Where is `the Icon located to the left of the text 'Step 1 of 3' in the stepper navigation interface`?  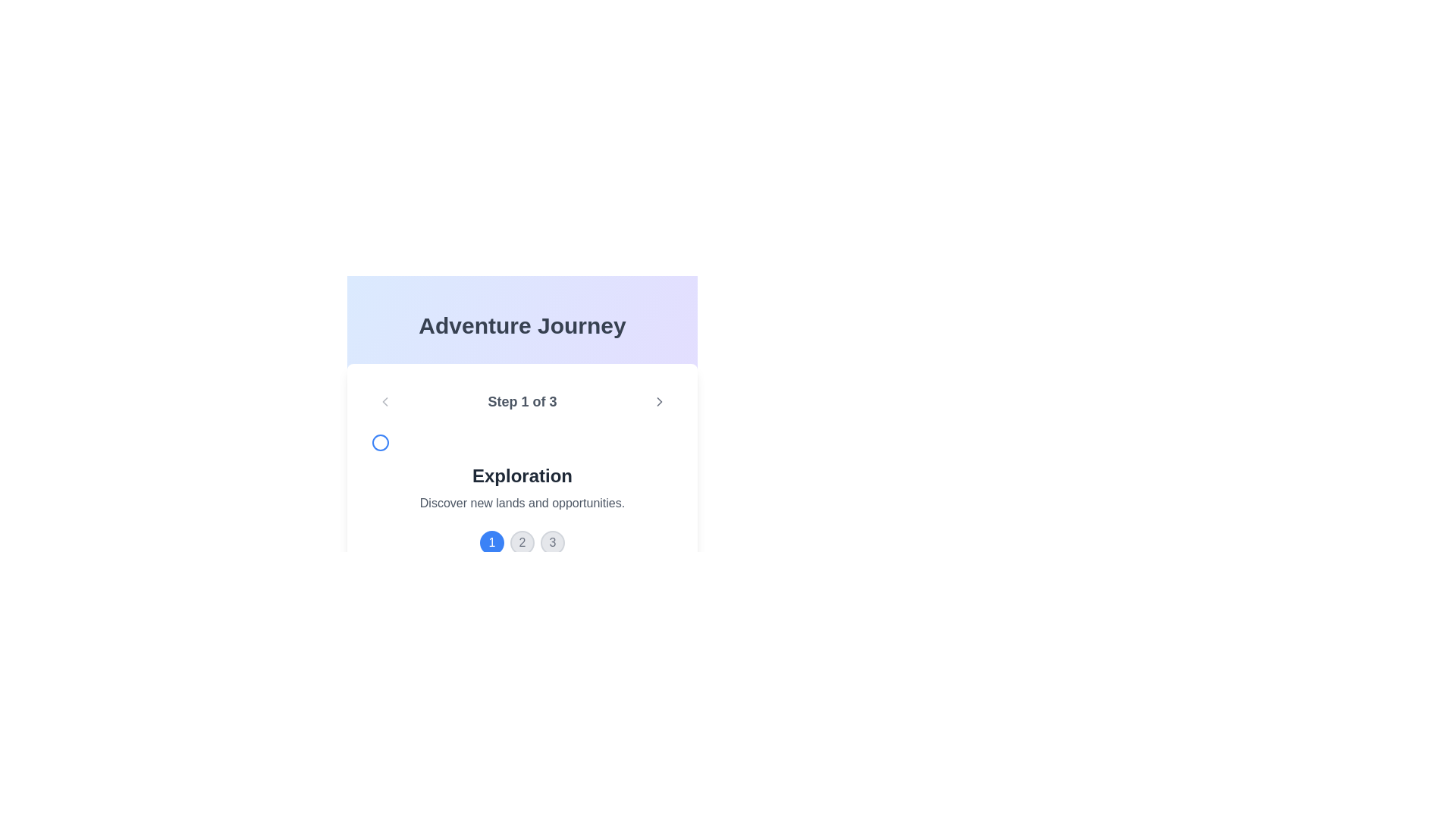 the Icon located to the left of the text 'Step 1 of 3' in the stepper navigation interface is located at coordinates (381, 442).